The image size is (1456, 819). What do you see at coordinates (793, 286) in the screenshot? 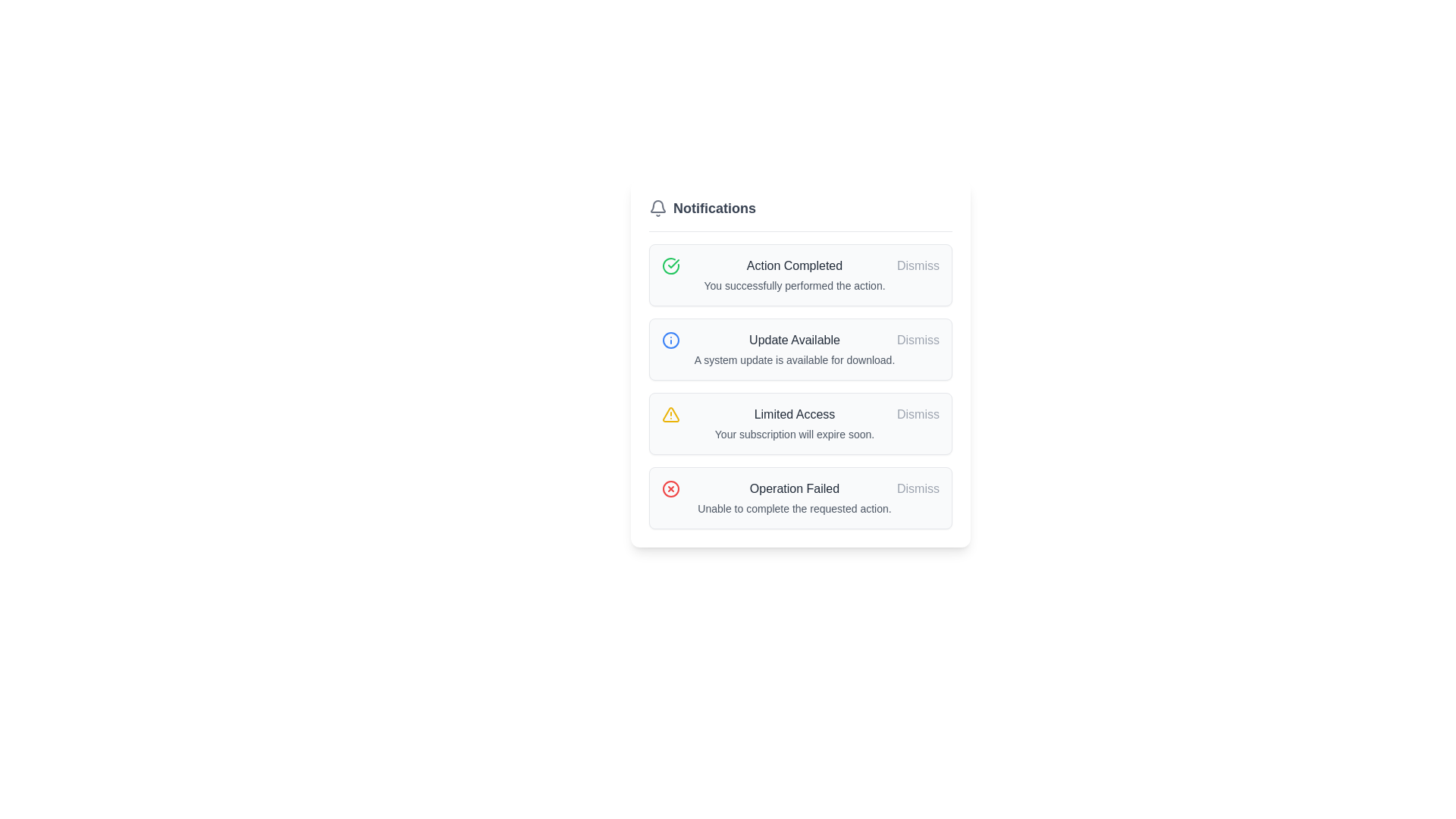
I see `the Text Display element that confirms the successful completion of an action, located beneath the bolded title 'Action Completed' in the notification card` at bounding box center [793, 286].